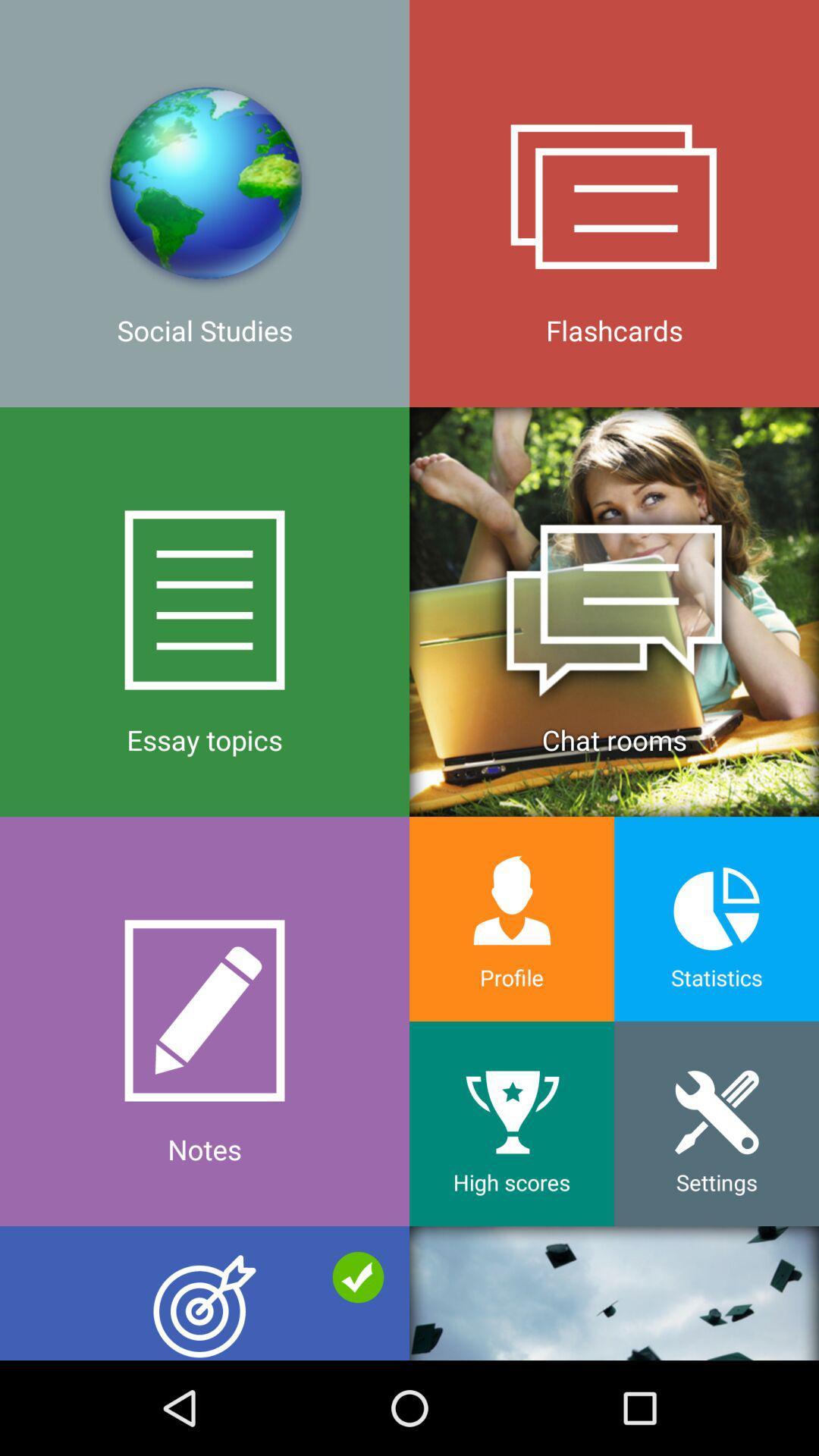  Describe the element at coordinates (614, 611) in the screenshot. I see `item above notes icon` at that location.